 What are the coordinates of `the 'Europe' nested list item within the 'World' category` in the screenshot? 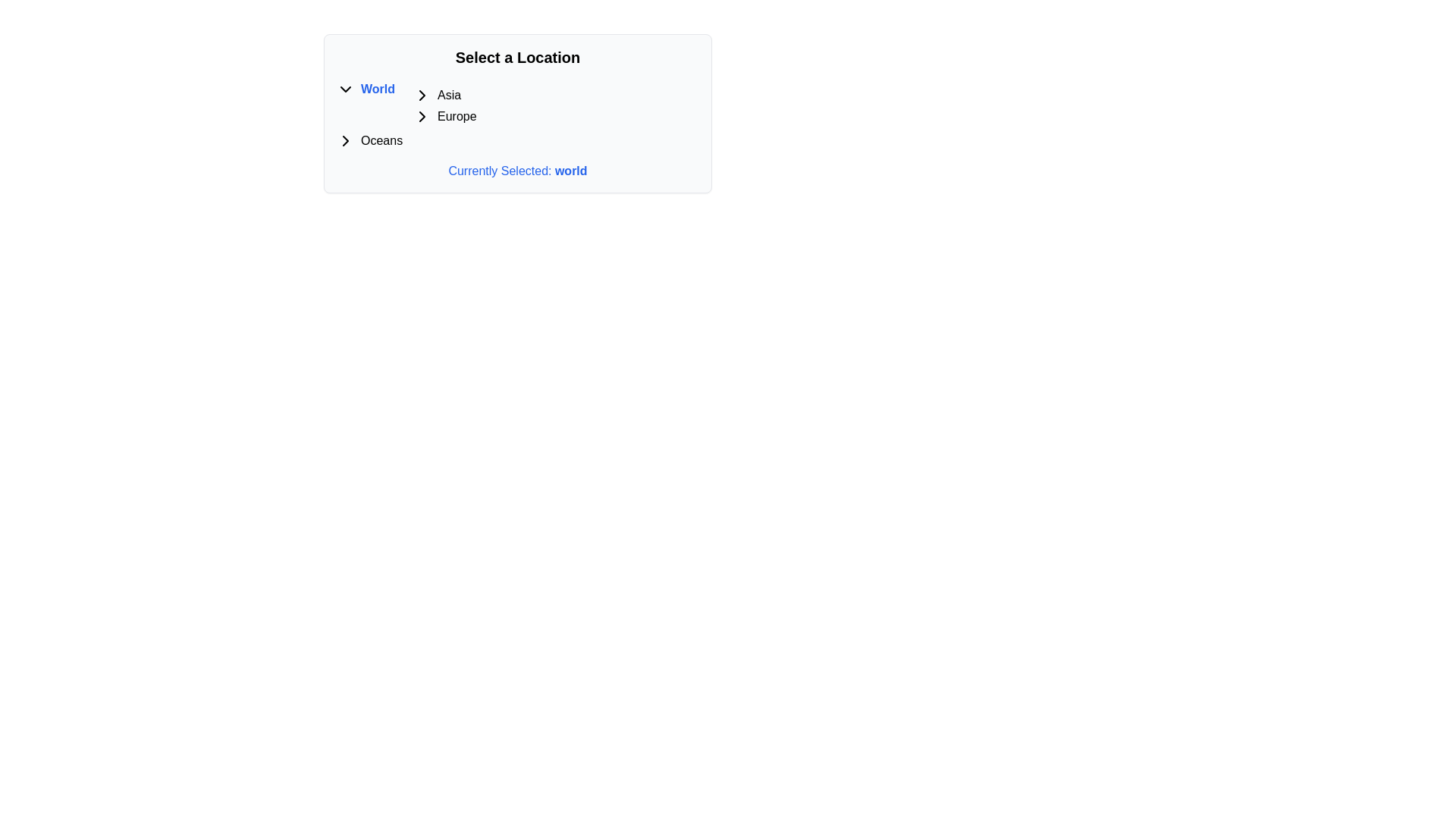 It's located at (435, 104).